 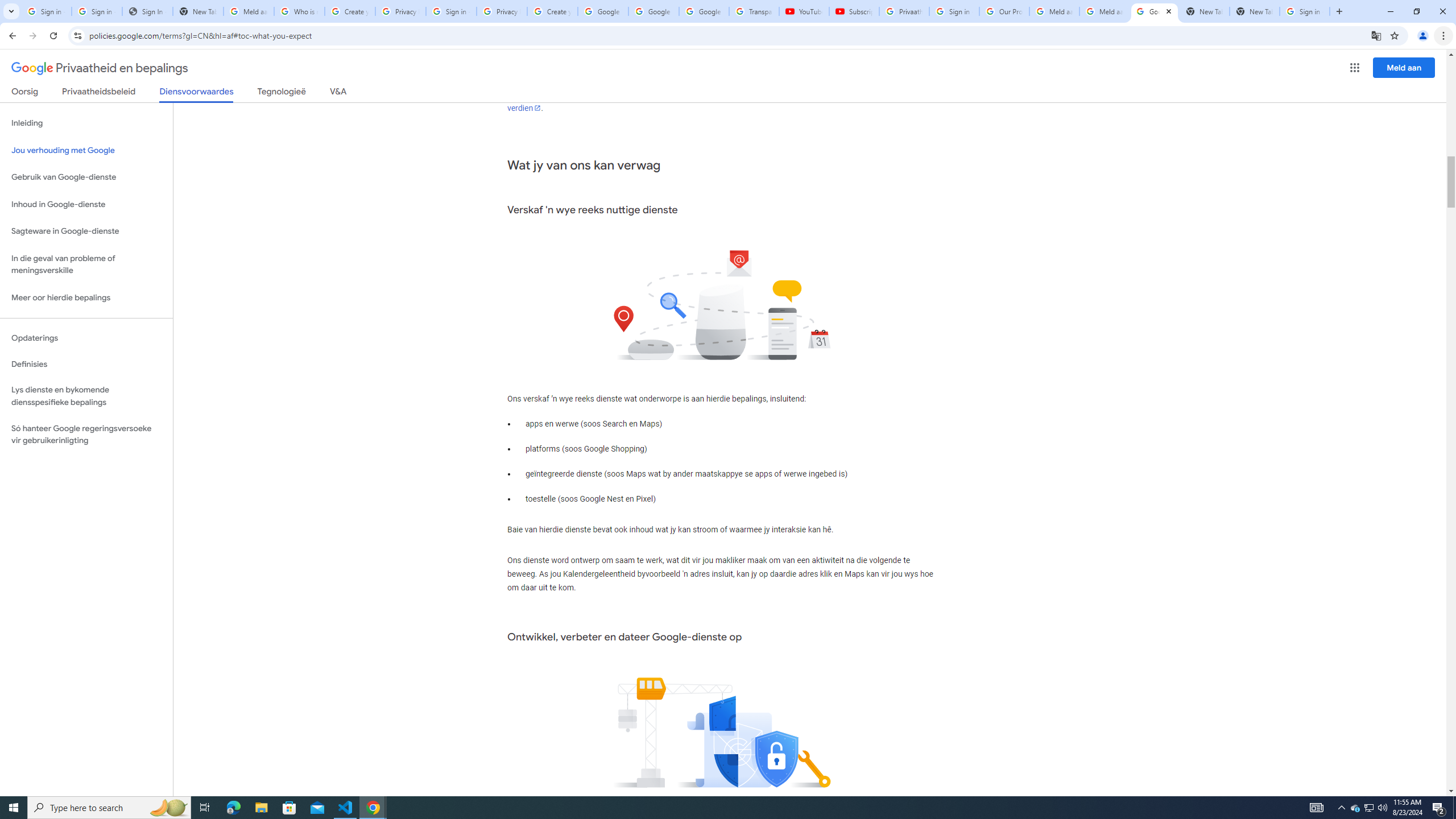 I want to click on 'Inleiding', so click(x=86, y=122).